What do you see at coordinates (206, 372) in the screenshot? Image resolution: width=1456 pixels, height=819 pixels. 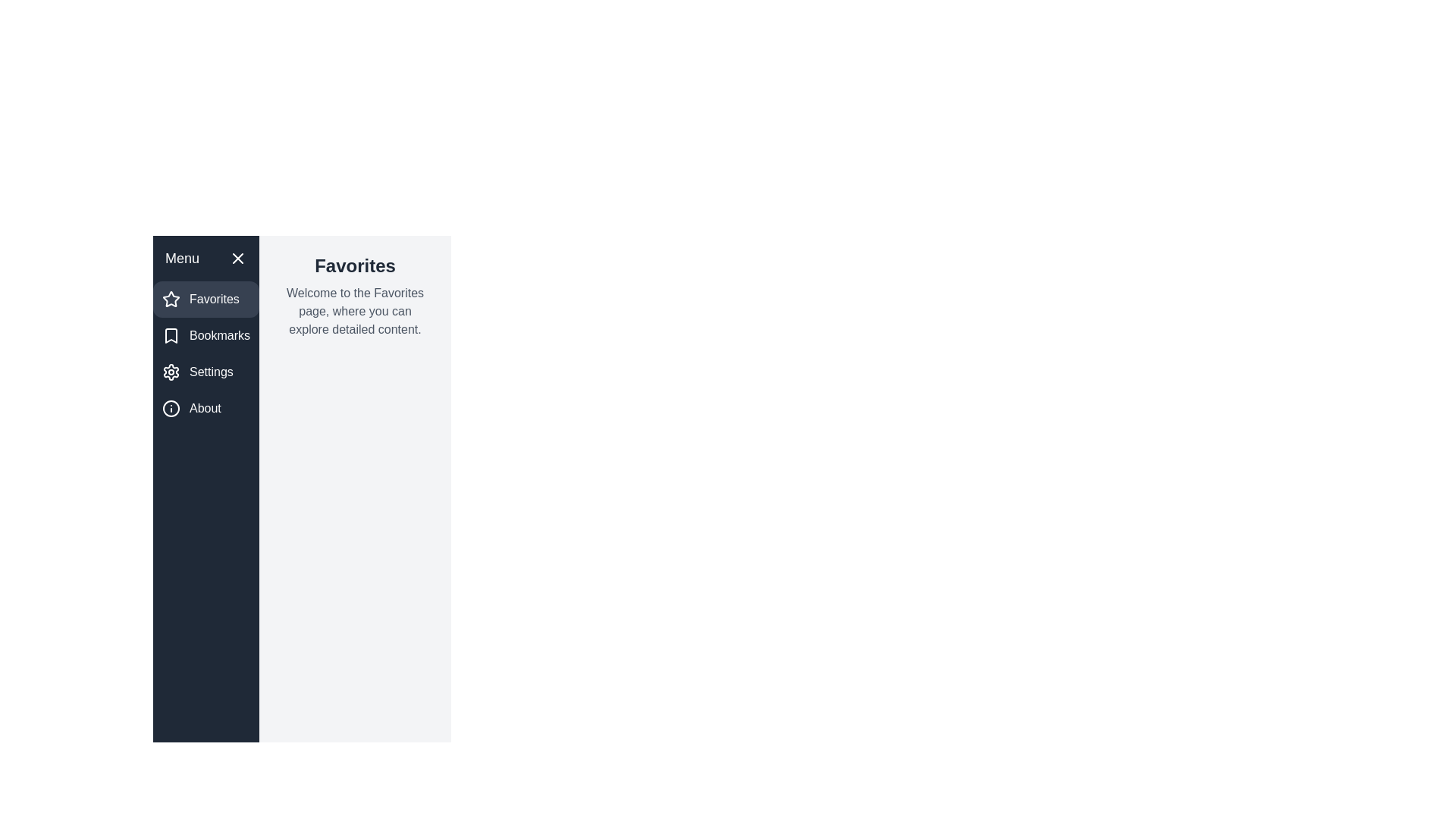 I see `the 'Settings' button, which is the fourth navigation item` at bounding box center [206, 372].